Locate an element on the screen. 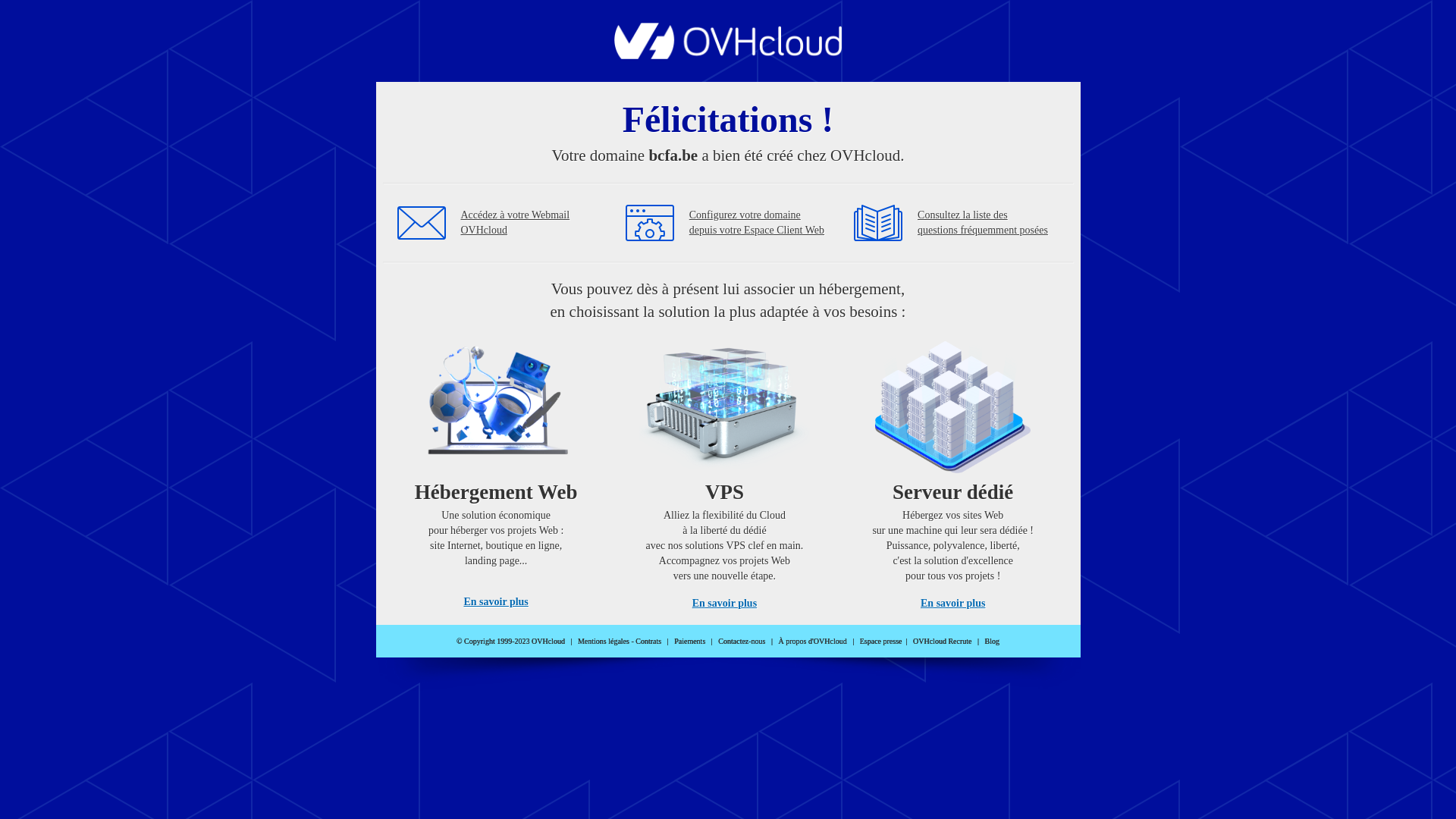 This screenshot has width=1456, height=819. 'Contactez-nous' is located at coordinates (742, 641).